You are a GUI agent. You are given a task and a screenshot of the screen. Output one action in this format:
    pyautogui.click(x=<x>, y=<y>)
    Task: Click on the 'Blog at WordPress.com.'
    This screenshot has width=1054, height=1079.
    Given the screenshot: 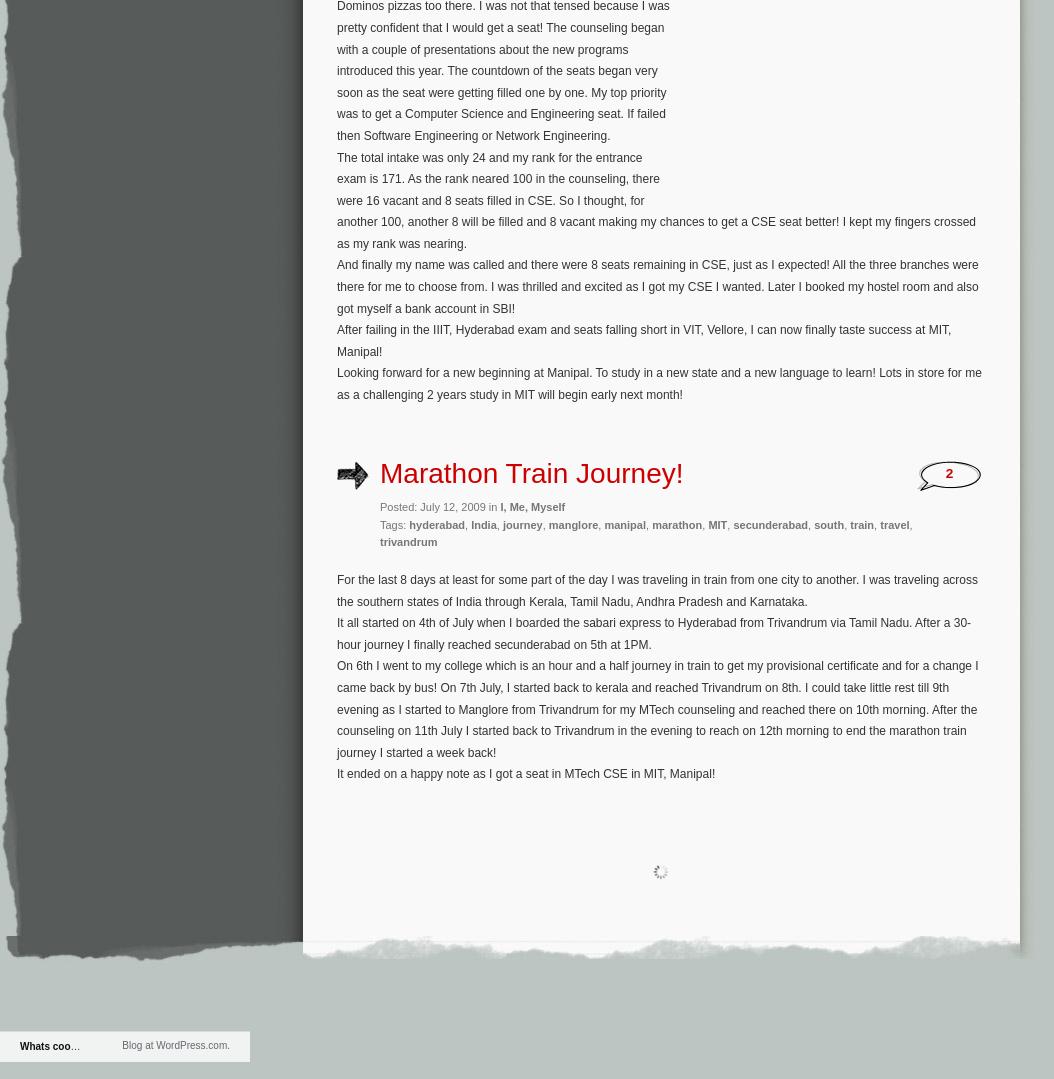 What is the action you would take?
    pyautogui.click(x=175, y=1043)
    